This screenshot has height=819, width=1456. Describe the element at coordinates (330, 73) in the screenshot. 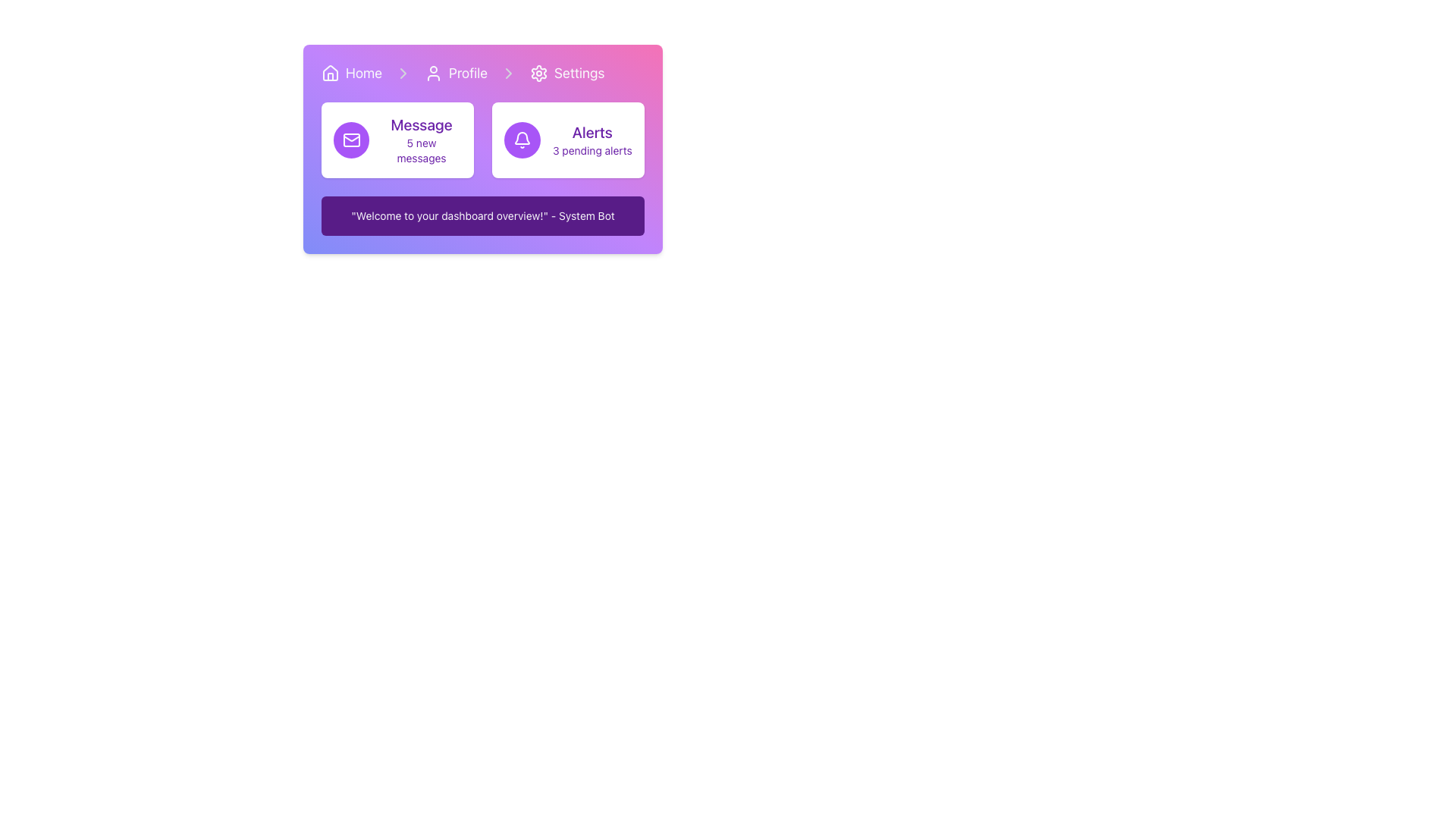

I see `the 'home' icon located in the navigation bar at the top of the interface, positioned to the left of the label 'Home'` at that location.